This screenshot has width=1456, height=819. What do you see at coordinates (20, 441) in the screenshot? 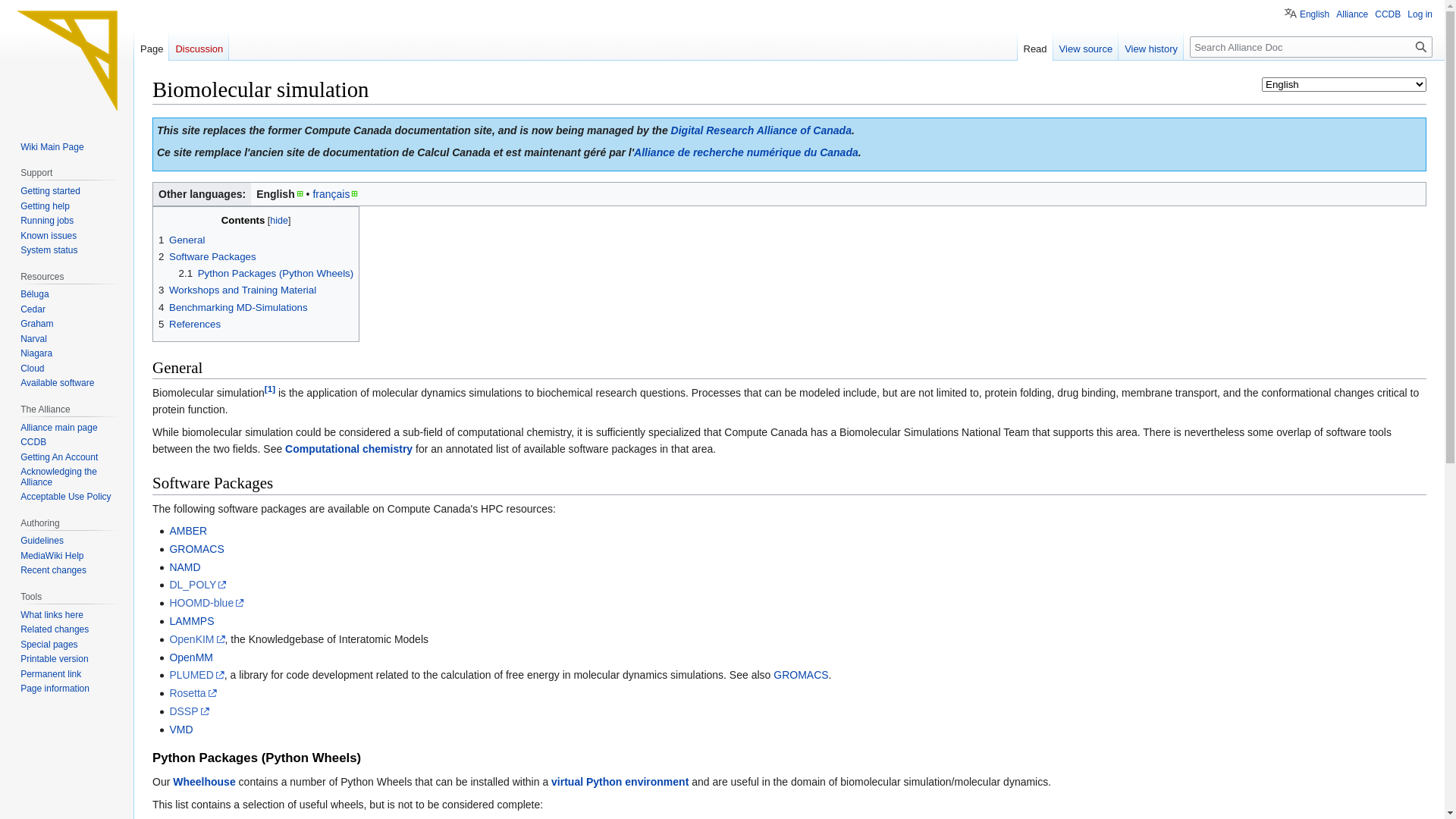
I see `'CCDB'` at bounding box center [20, 441].